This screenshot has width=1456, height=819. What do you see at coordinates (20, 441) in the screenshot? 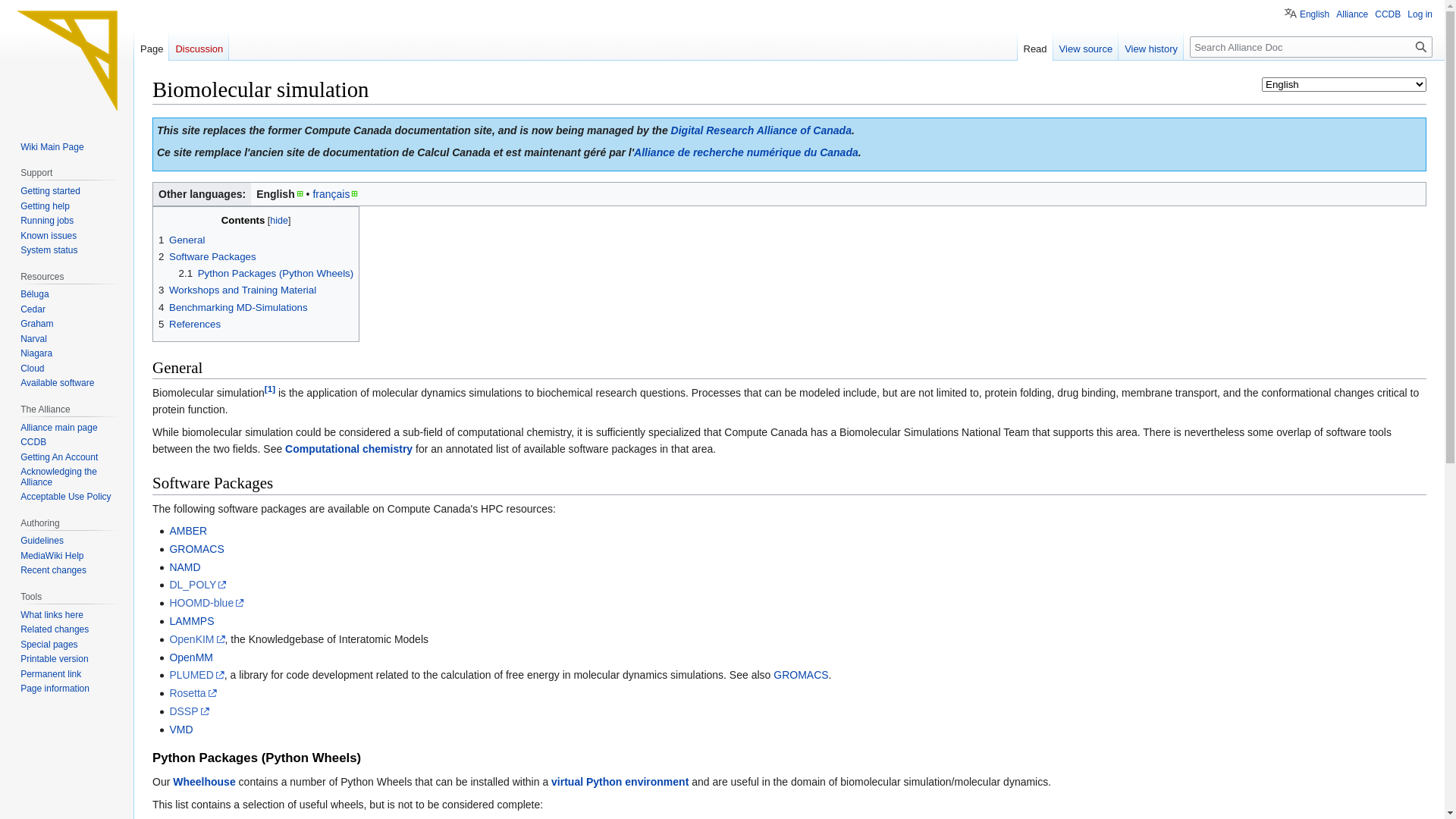
I see `'CCDB'` at bounding box center [20, 441].